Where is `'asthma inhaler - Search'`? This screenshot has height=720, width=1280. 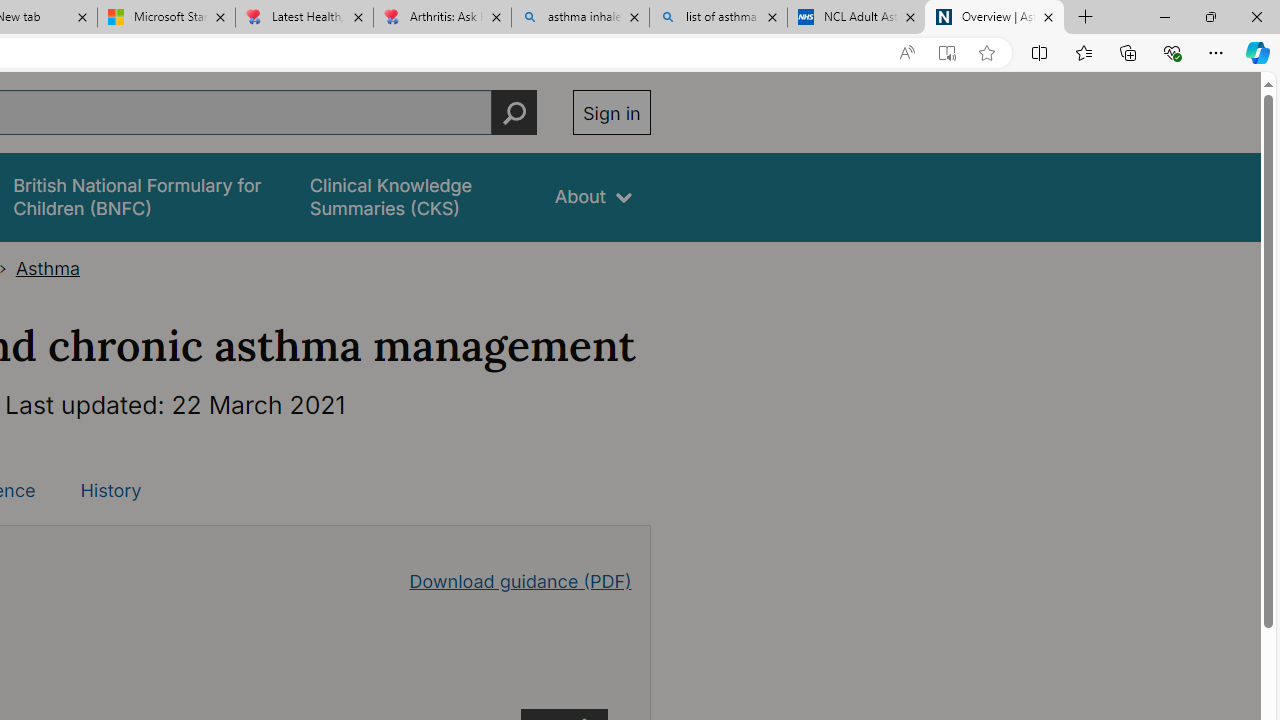
'asthma inhaler - Search' is located at coordinates (579, 17).